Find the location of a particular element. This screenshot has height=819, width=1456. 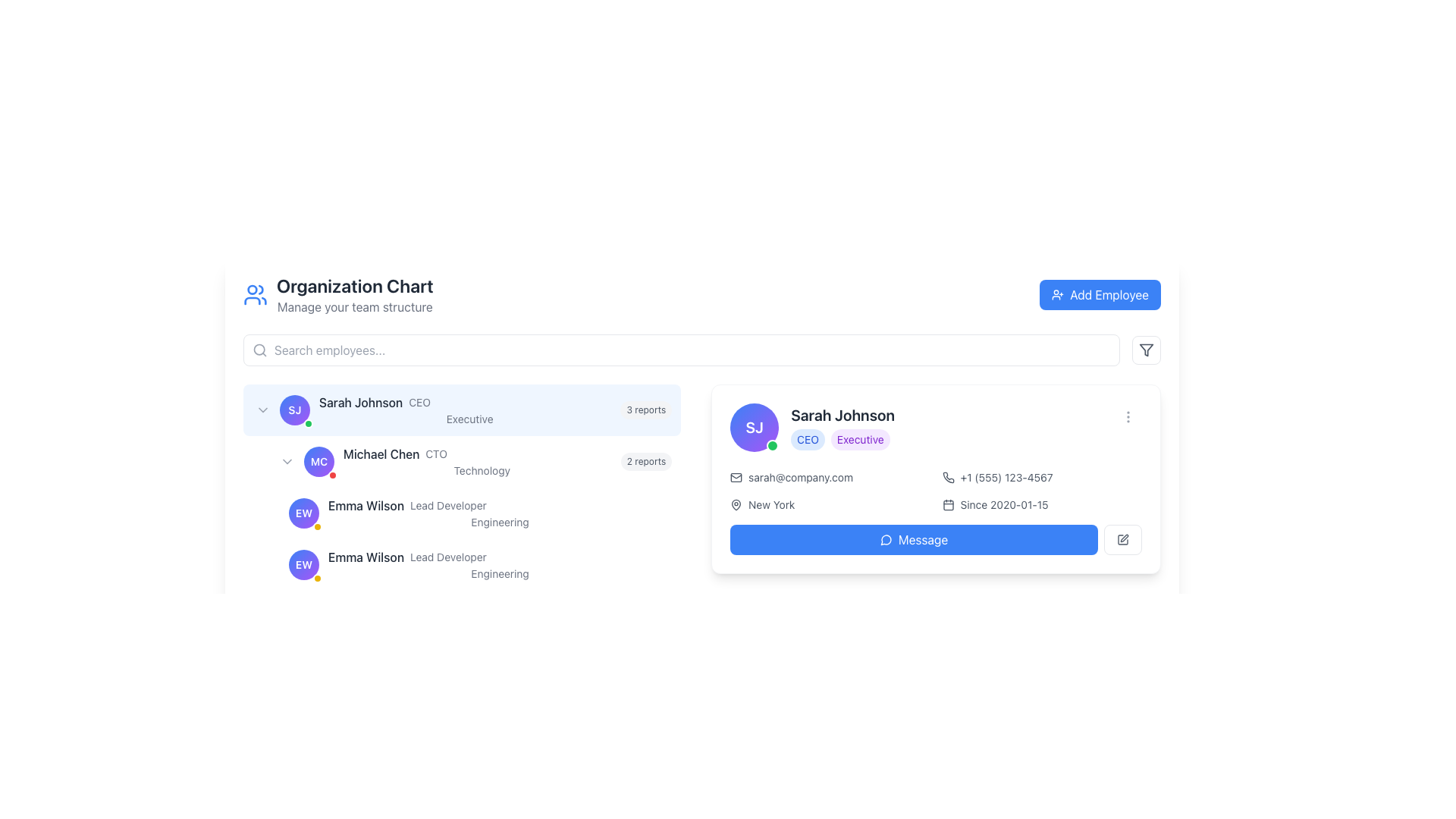

the vertical ellipsis icon (three vertical dots) located in the upper-right corner of the detailed information card for Sarah Johnson is located at coordinates (1128, 417).